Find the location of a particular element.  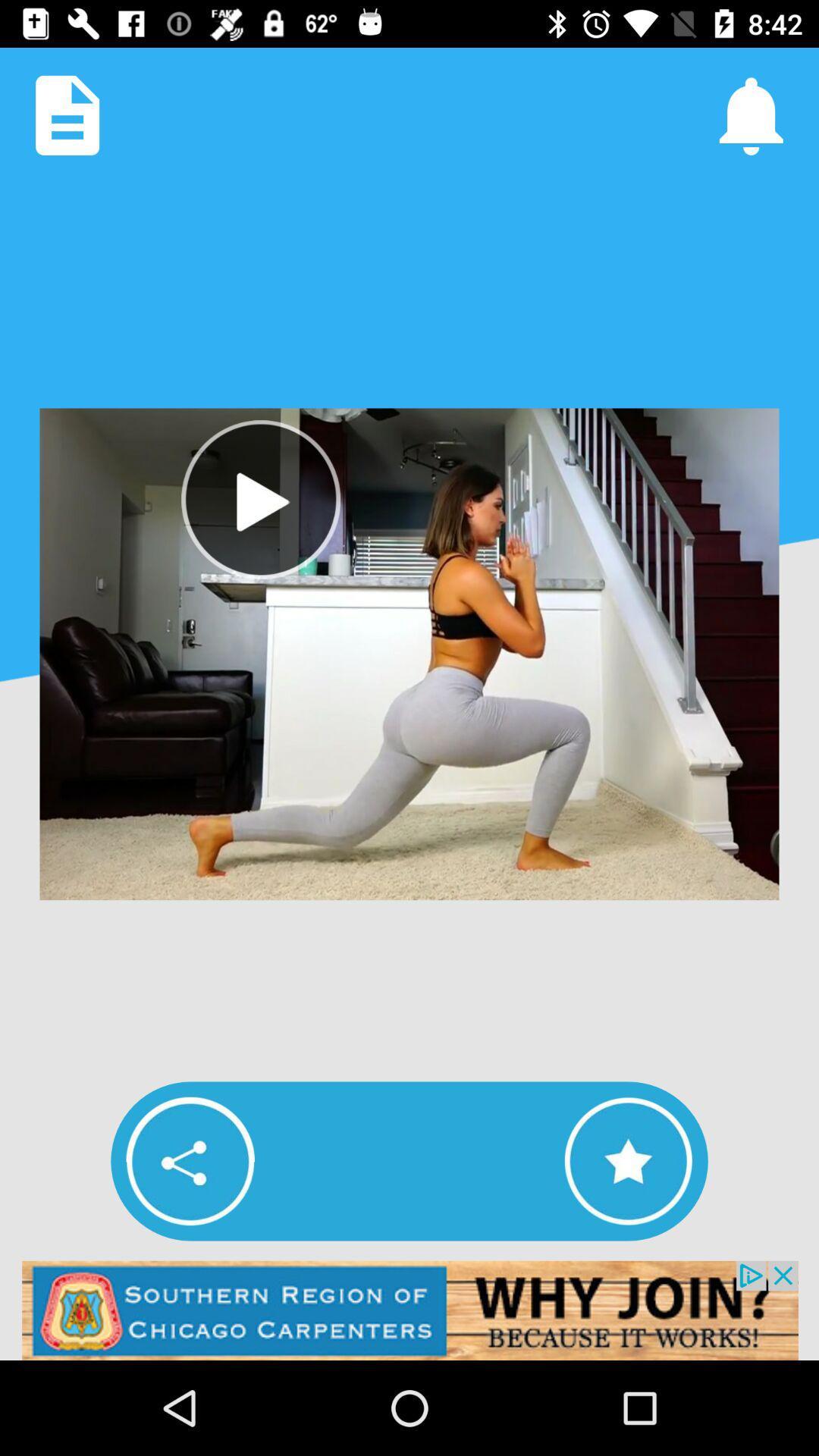

the star icon is located at coordinates (628, 1160).